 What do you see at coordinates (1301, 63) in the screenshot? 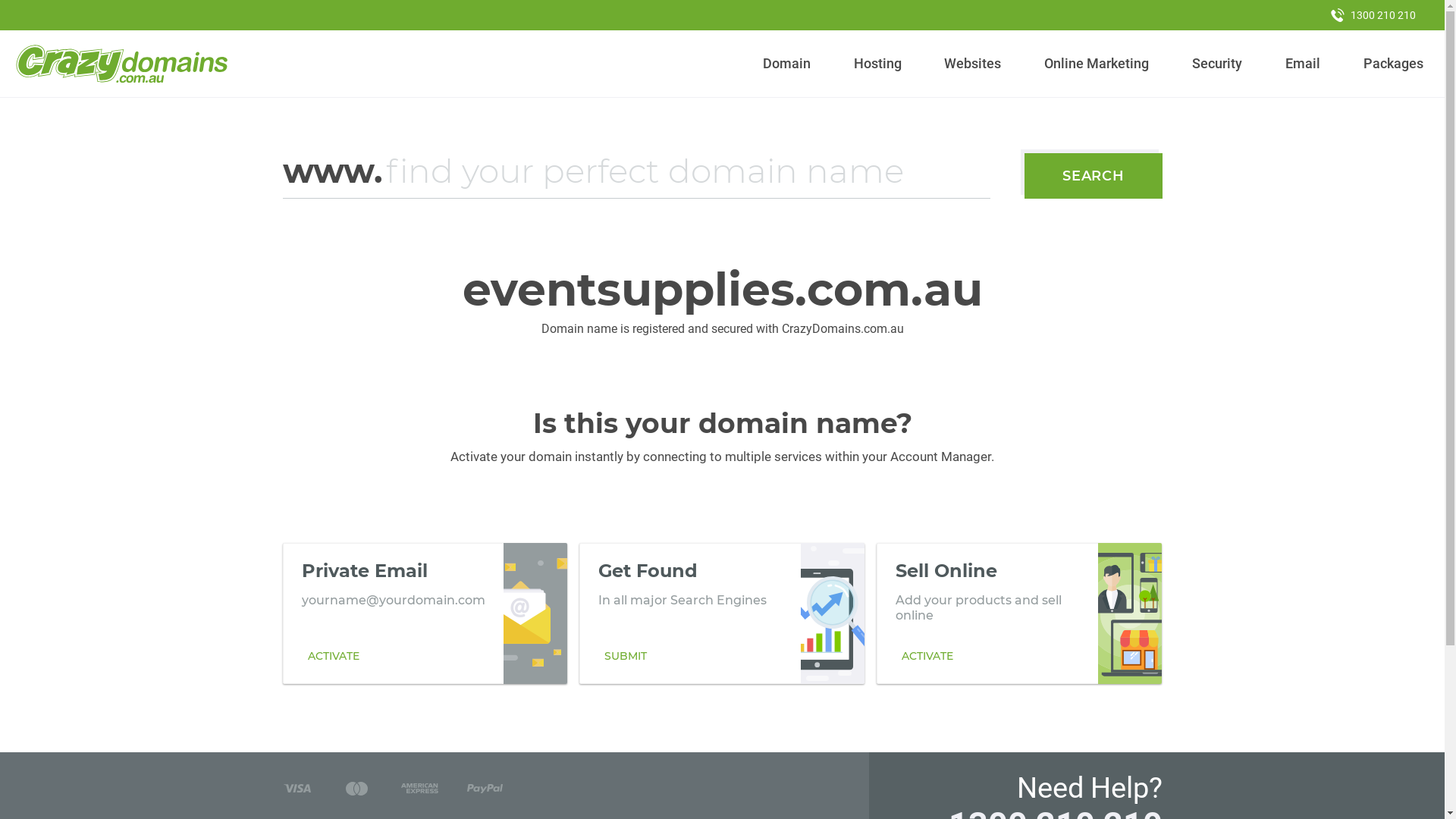
I see `'Email'` at bounding box center [1301, 63].